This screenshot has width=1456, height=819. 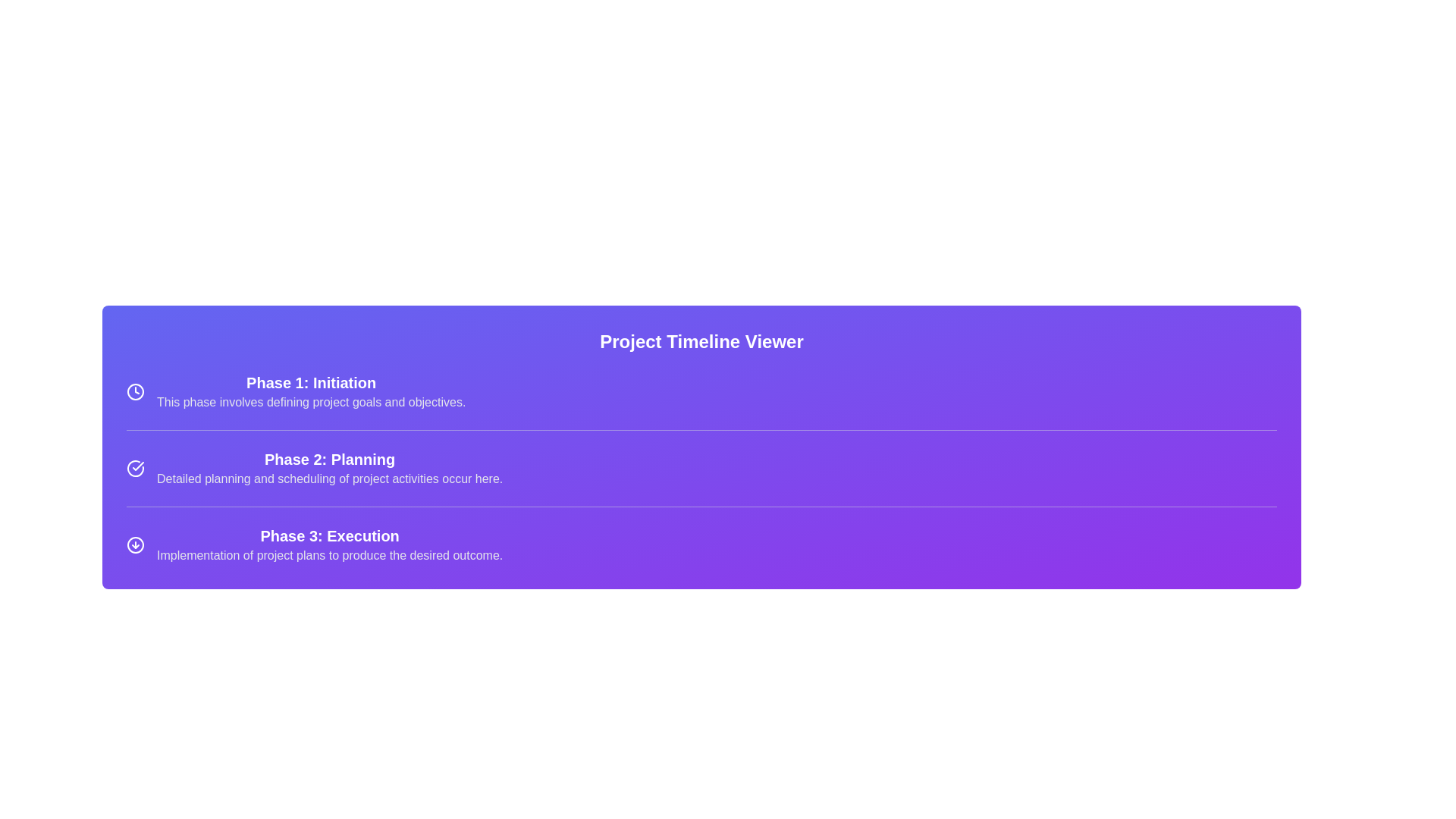 What do you see at coordinates (310, 391) in the screenshot?
I see `the 'Initiation' phase text block in the Project Timeline Viewer, which is positioned under the heading with a clock icon to its left` at bounding box center [310, 391].